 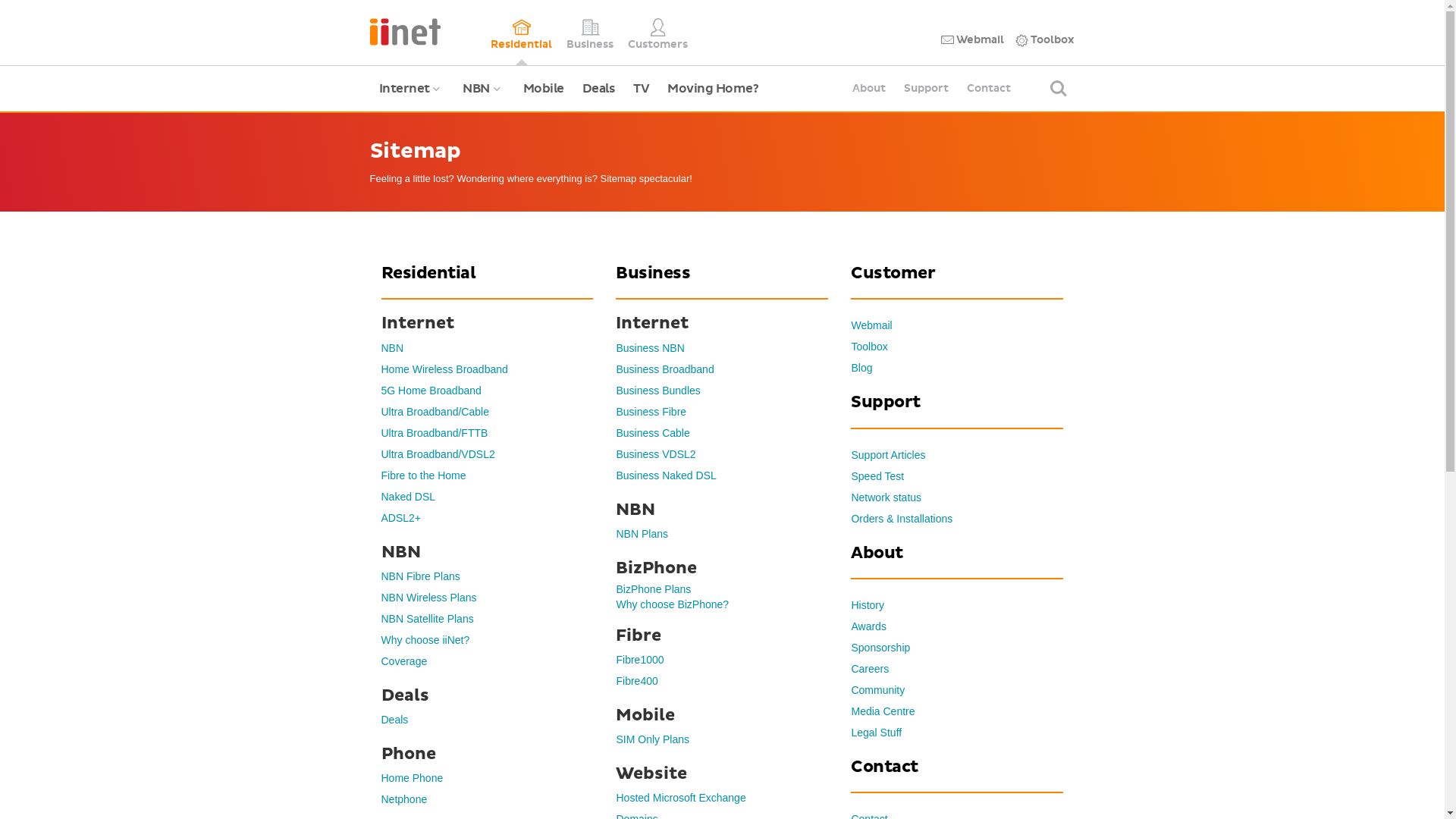 I want to click on 'Speed Test', so click(x=877, y=475).